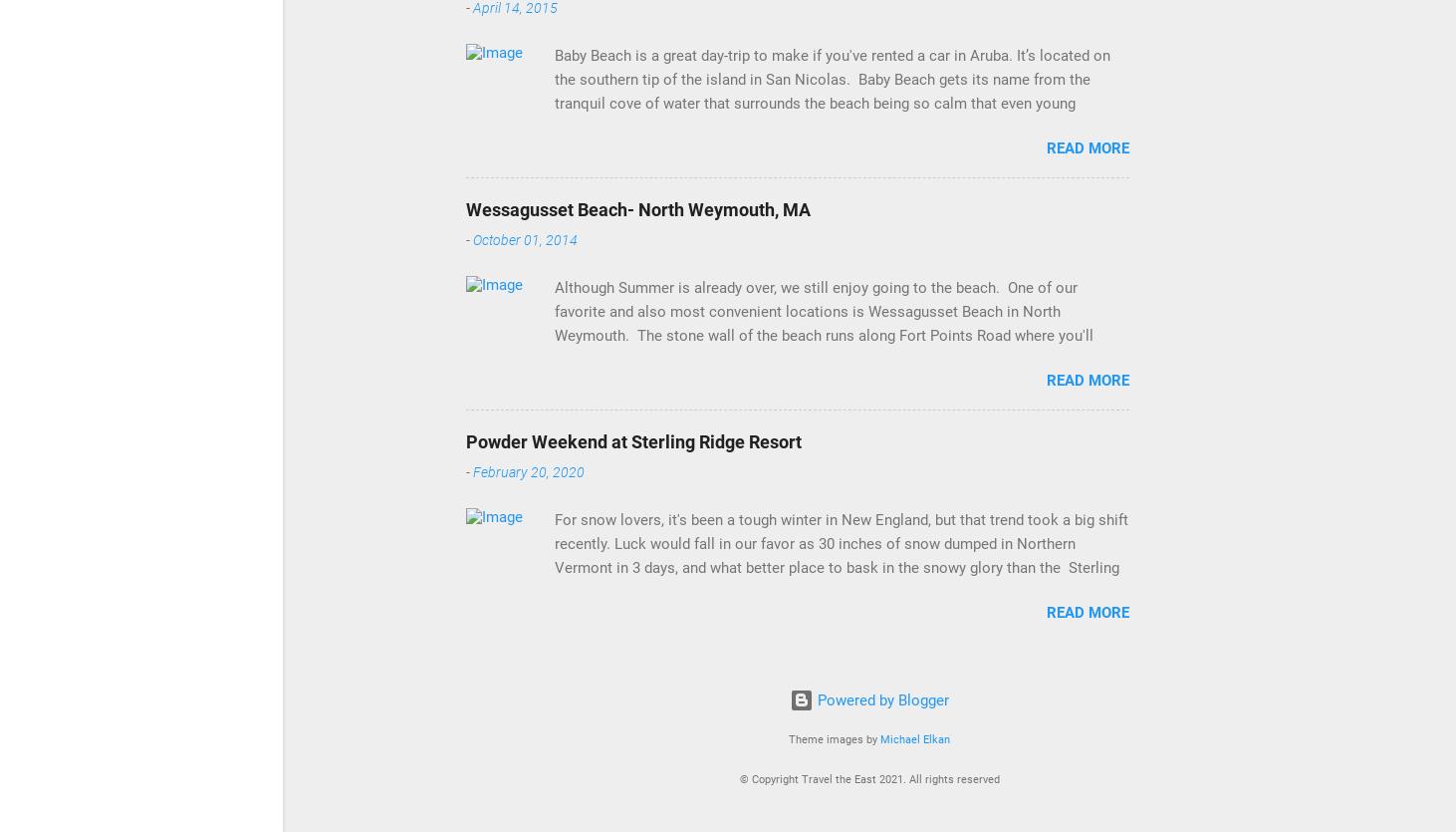 This screenshot has width=1456, height=832. Describe the element at coordinates (527, 471) in the screenshot. I see `'February 20, 2020'` at that location.